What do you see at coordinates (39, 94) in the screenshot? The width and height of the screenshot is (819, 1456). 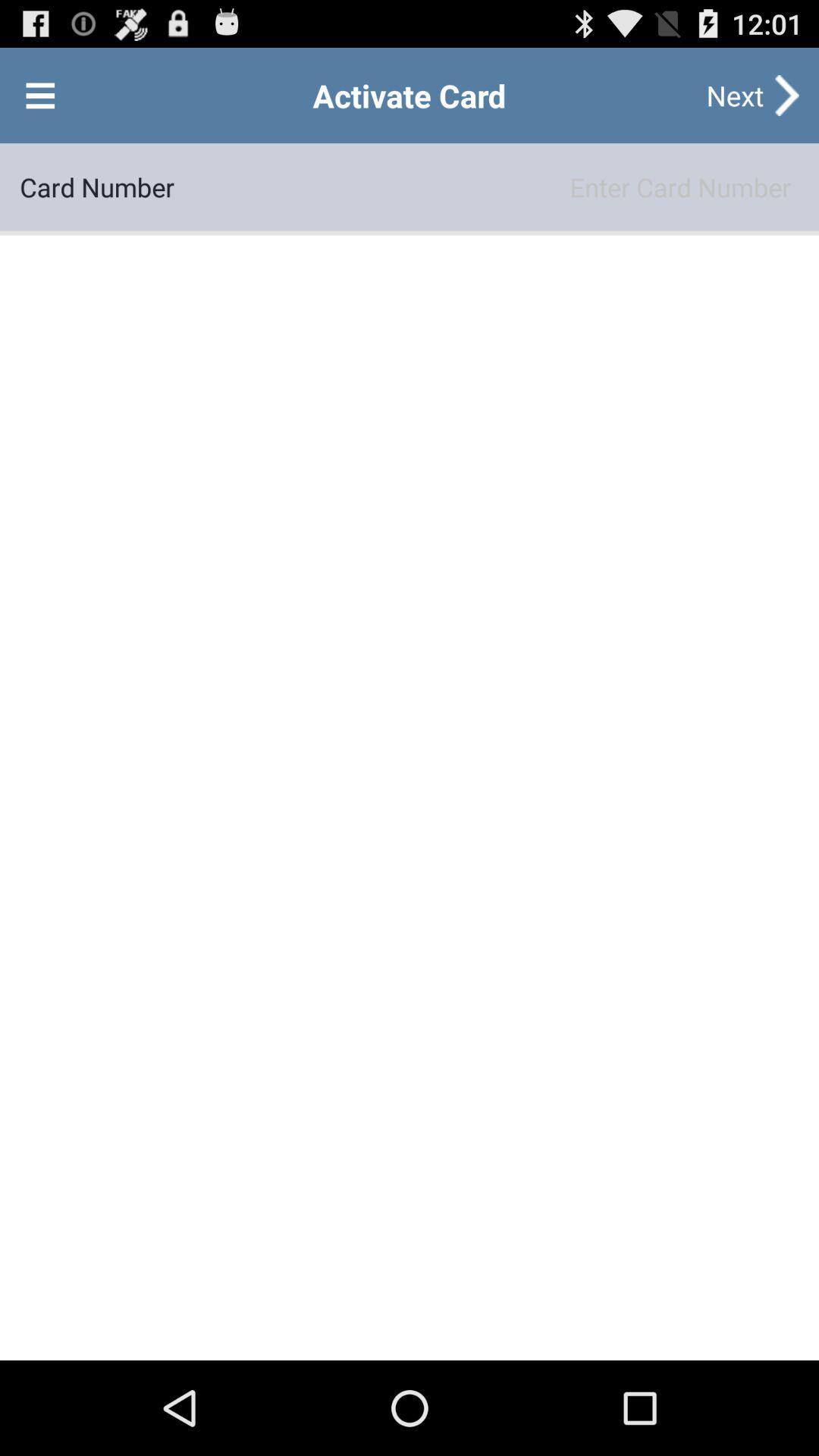 I see `expand contents` at bounding box center [39, 94].